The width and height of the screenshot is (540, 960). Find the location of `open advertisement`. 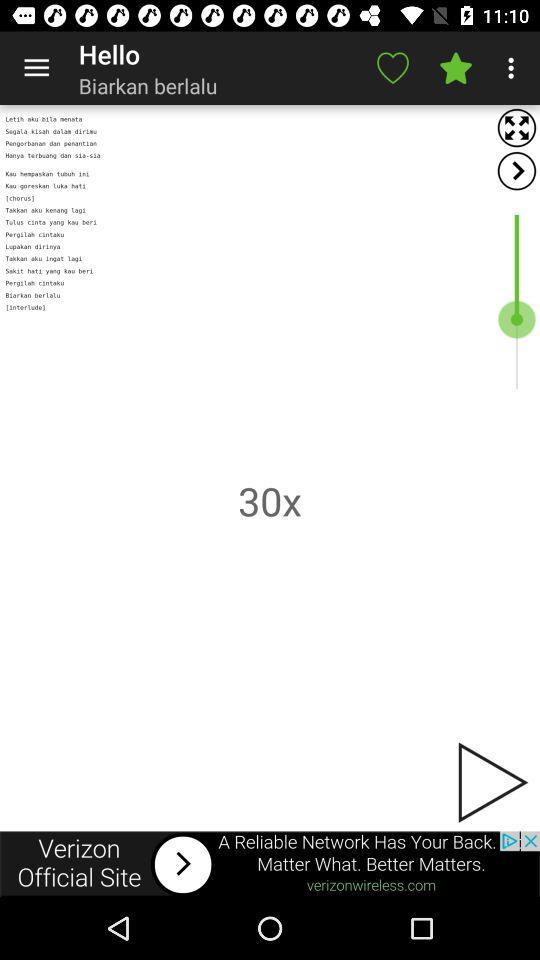

open advertisement is located at coordinates (270, 863).